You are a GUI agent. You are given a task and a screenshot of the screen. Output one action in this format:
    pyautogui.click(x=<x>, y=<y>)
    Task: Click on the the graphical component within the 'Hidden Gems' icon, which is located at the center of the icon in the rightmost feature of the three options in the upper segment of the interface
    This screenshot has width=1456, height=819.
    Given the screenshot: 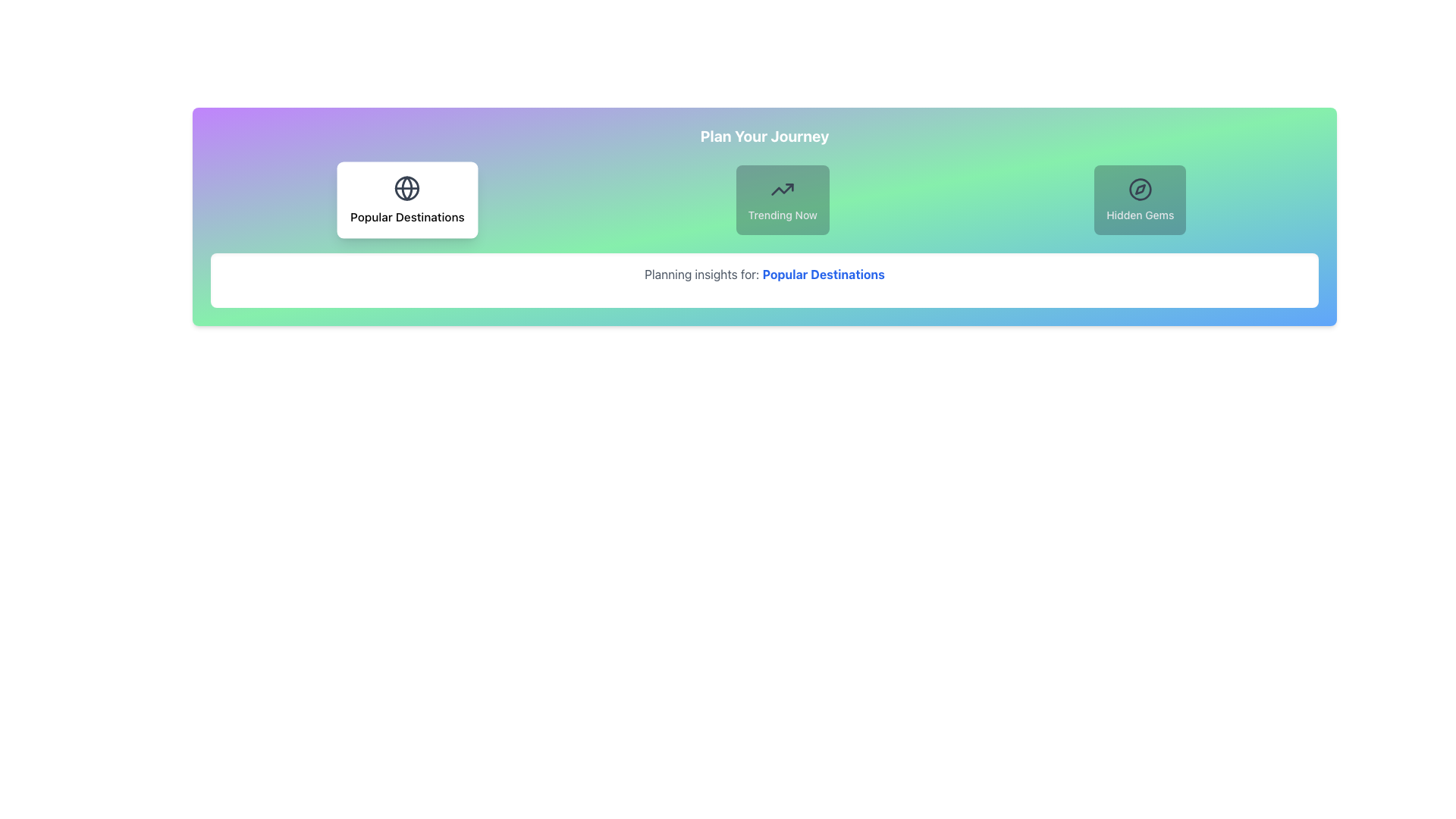 What is the action you would take?
    pyautogui.click(x=1140, y=189)
    